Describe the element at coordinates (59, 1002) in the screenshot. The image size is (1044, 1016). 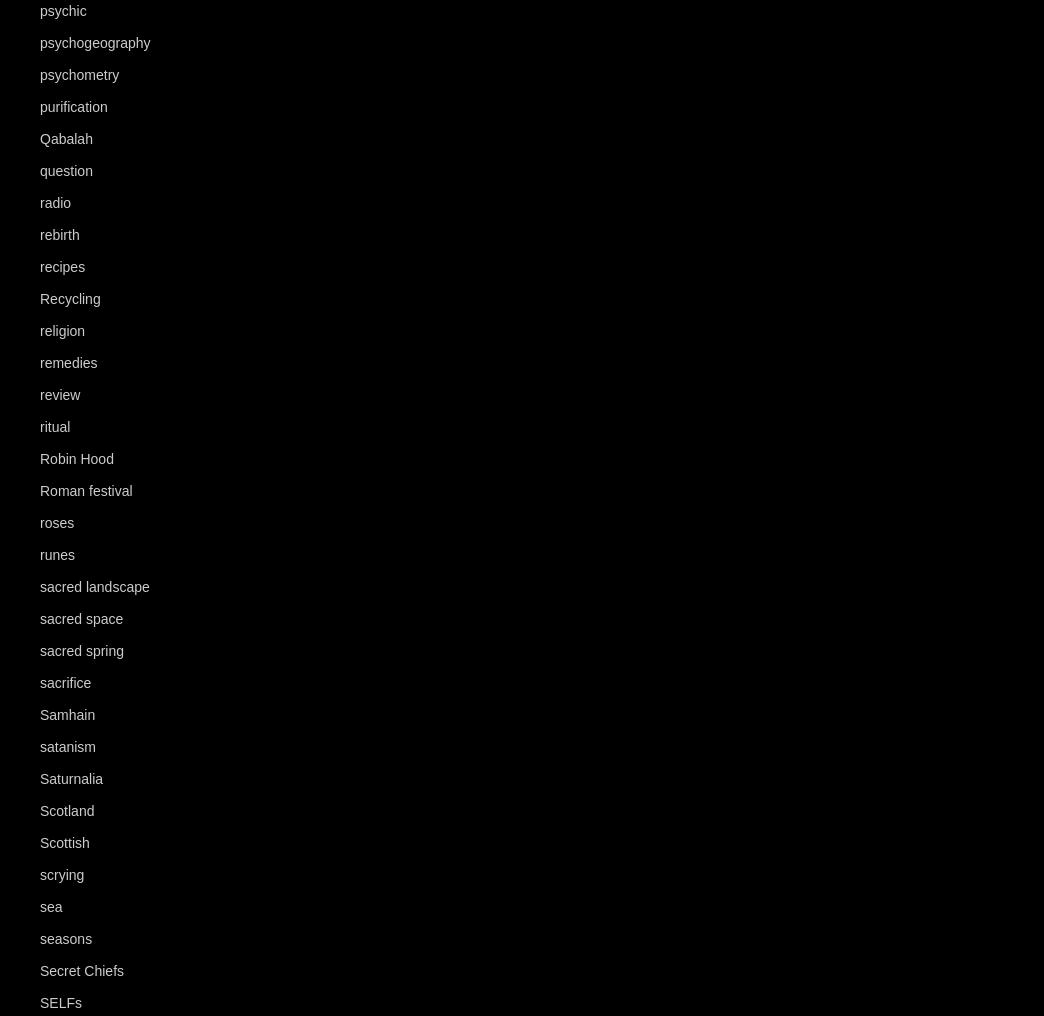
I see `'SELFs'` at that location.